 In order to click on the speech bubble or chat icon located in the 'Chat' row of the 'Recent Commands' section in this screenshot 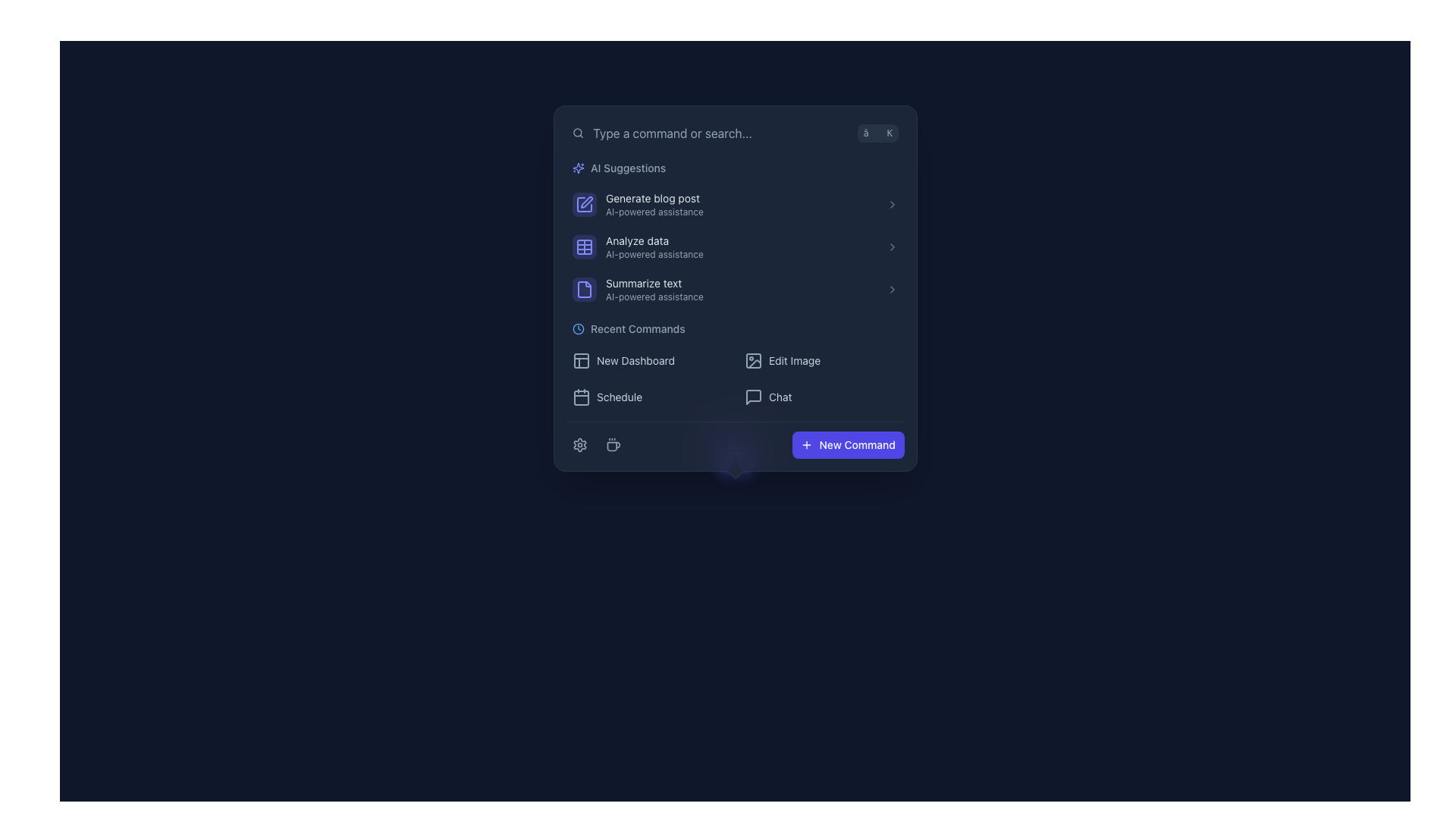, I will do `click(753, 397)`.